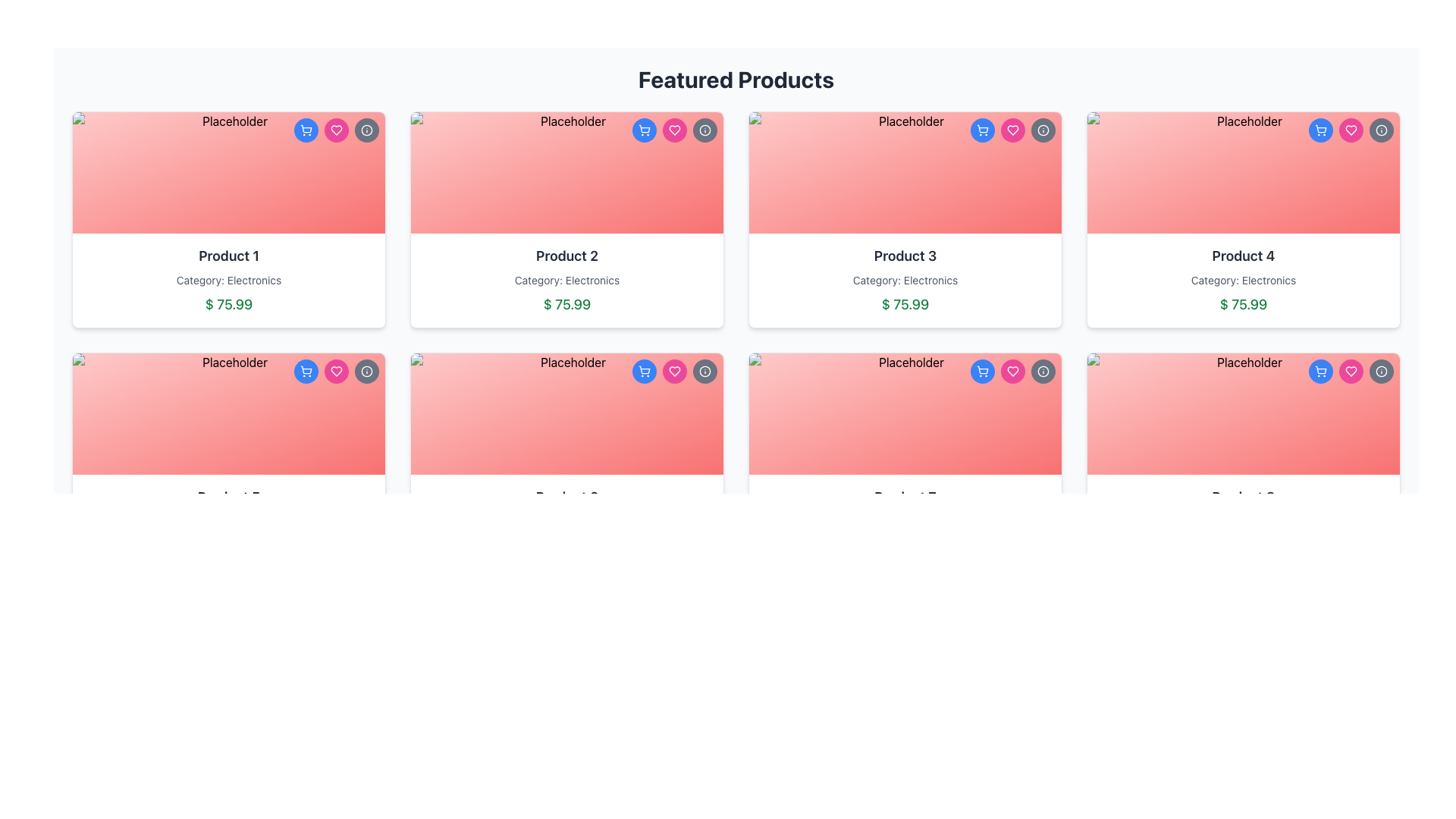  Describe the element at coordinates (704, 371) in the screenshot. I see `the informational icon located at the top-right corner of the 'Product 2' card` at that location.